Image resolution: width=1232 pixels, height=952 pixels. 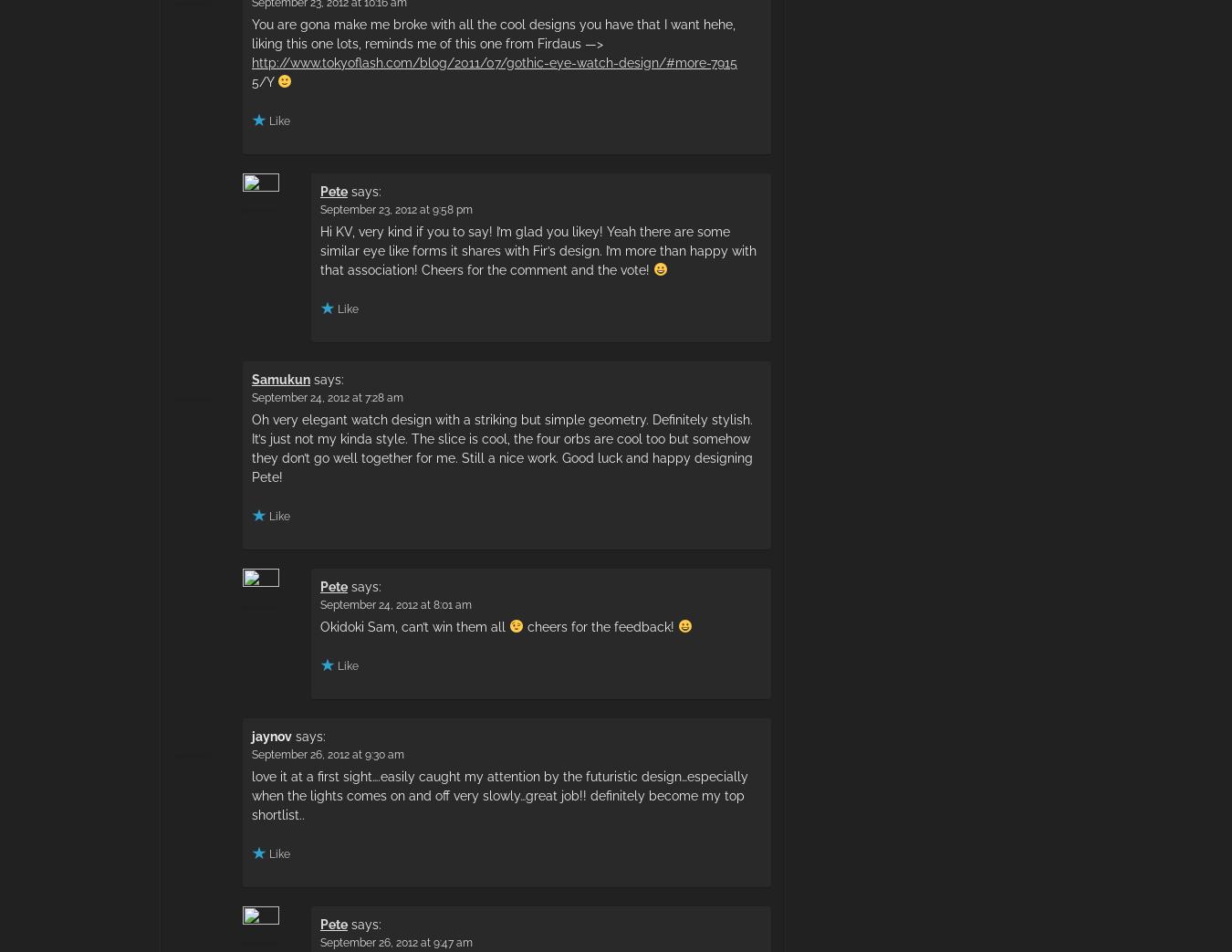 I want to click on 'http://www.tokyoflash.com/blog/2011/07/gothic-eye-watch-design/#more-7915', so click(x=494, y=61).